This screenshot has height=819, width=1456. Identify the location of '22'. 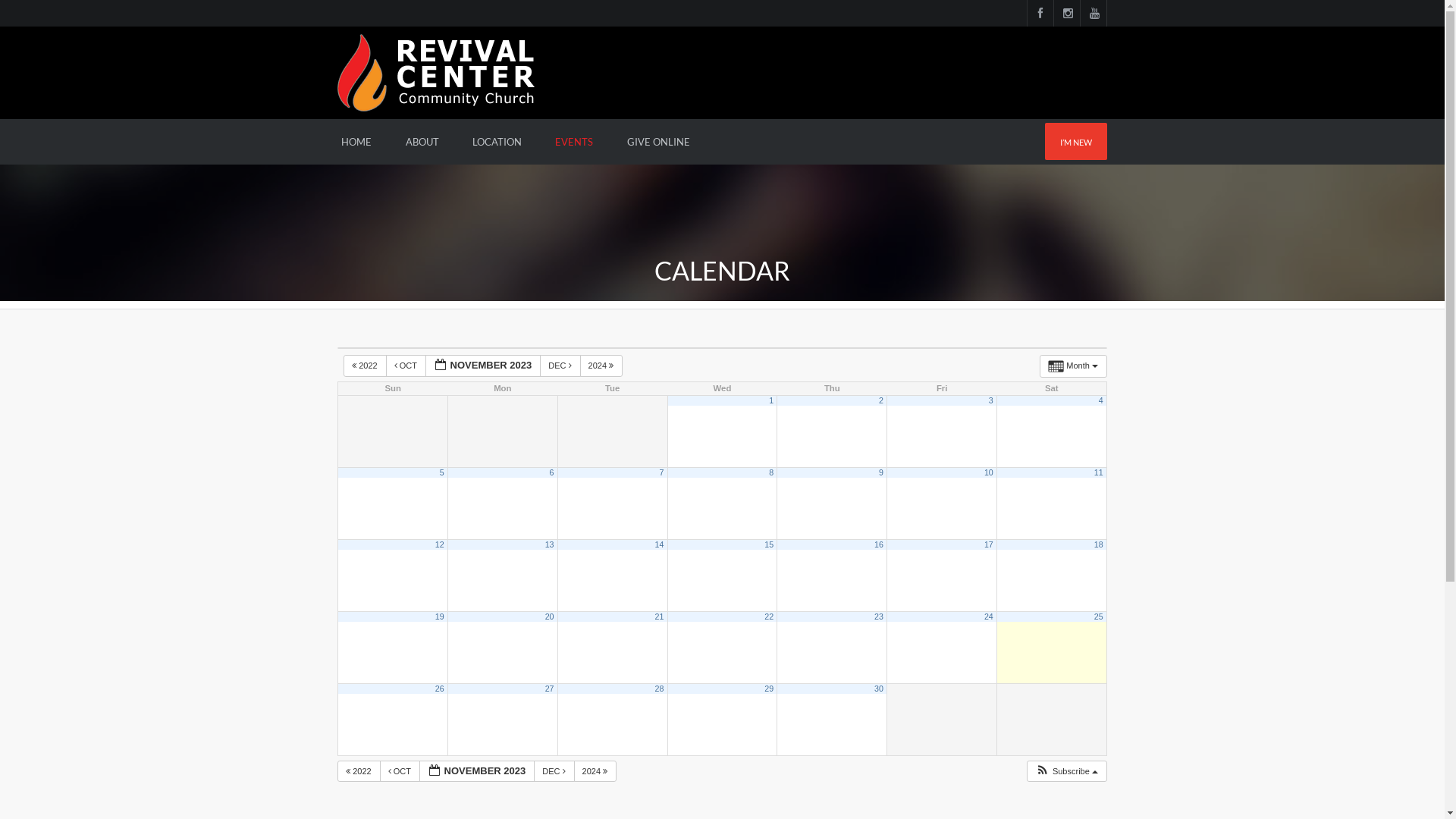
(768, 617).